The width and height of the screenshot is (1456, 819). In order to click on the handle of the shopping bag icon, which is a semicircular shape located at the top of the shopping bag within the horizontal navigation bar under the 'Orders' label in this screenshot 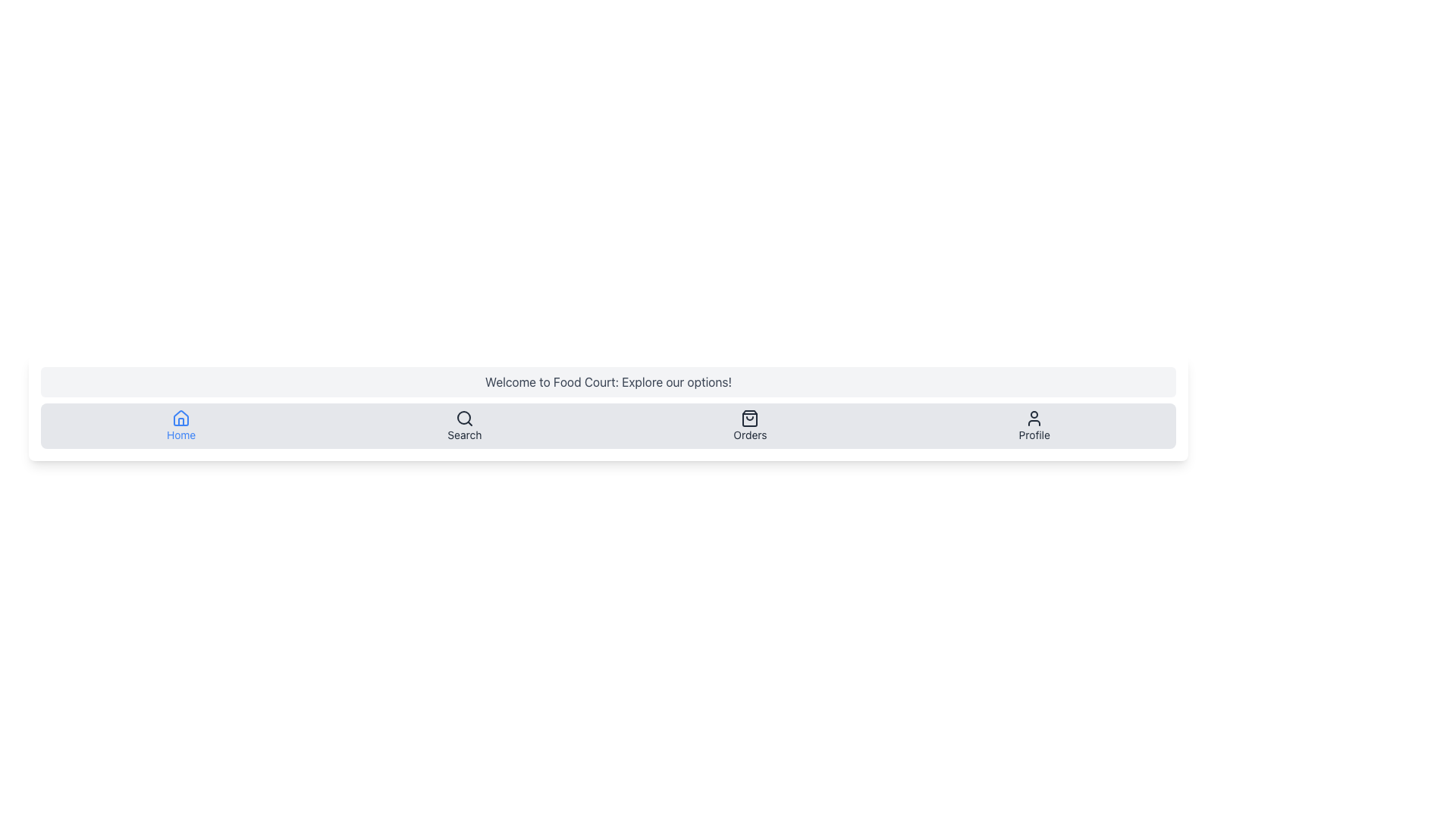, I will do `click(750, 418)`.